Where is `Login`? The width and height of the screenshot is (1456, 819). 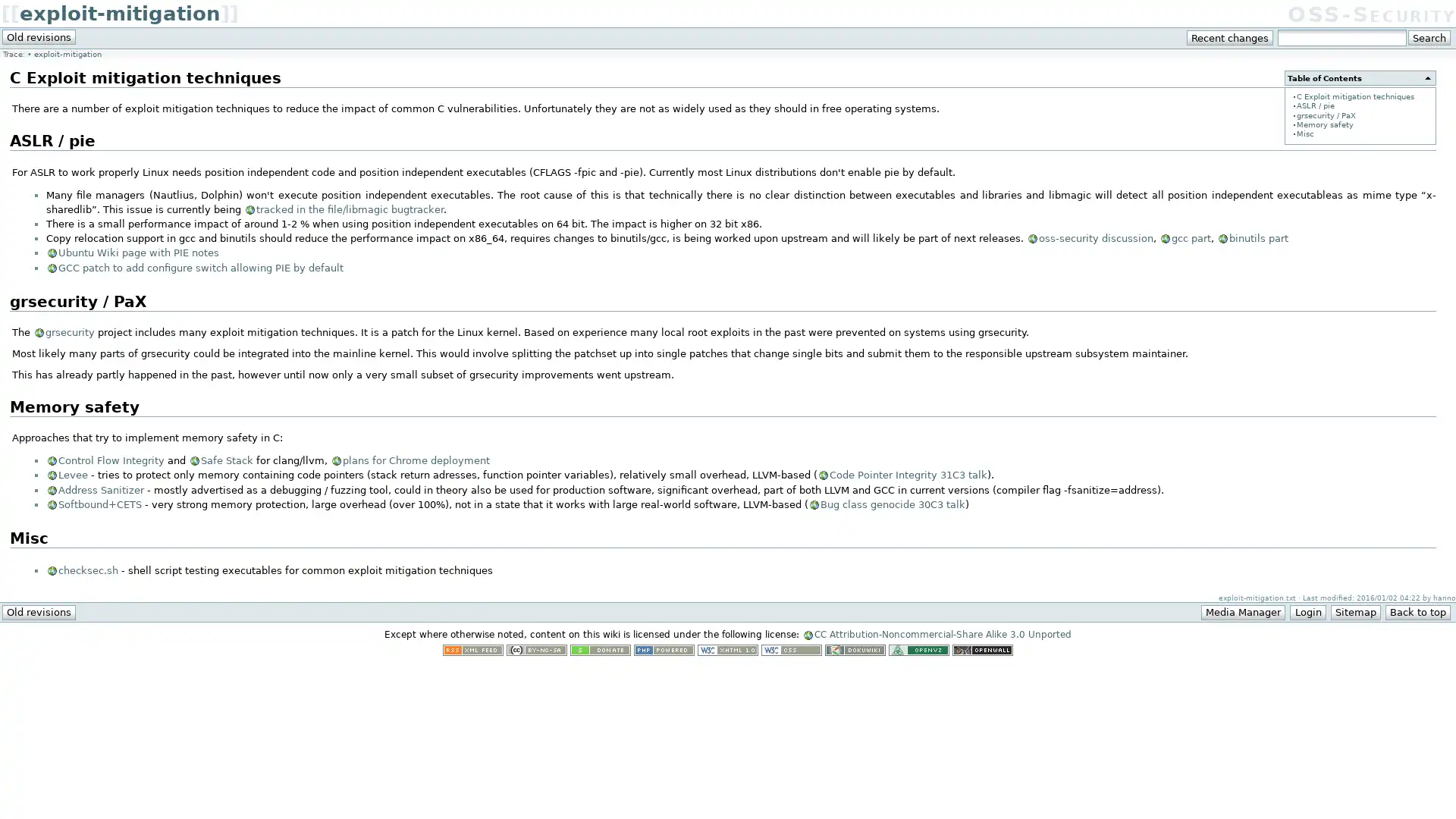 Login is located at coordinates (1307, 610).